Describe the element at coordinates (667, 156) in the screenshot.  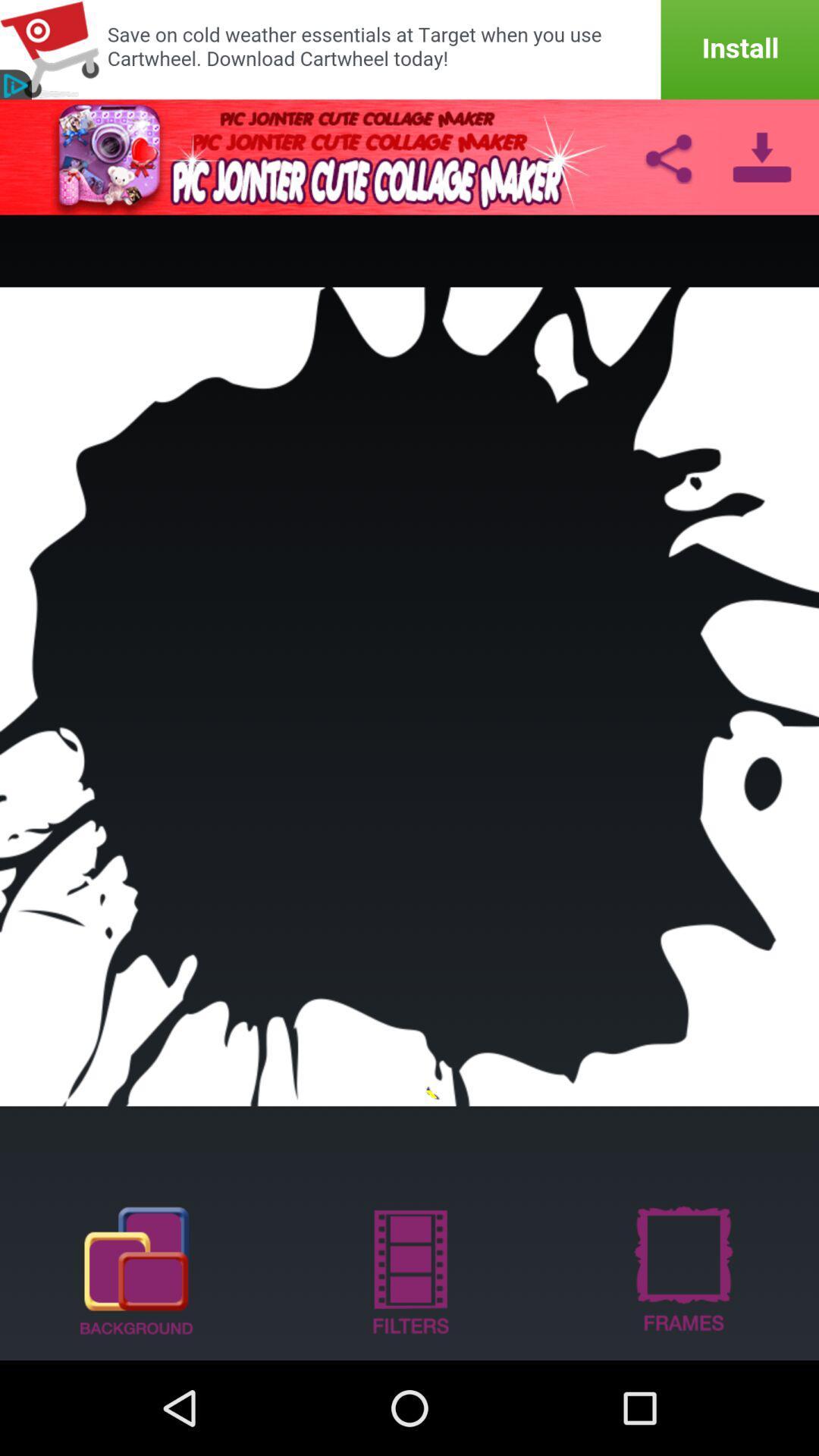
I see `share image` at that location.